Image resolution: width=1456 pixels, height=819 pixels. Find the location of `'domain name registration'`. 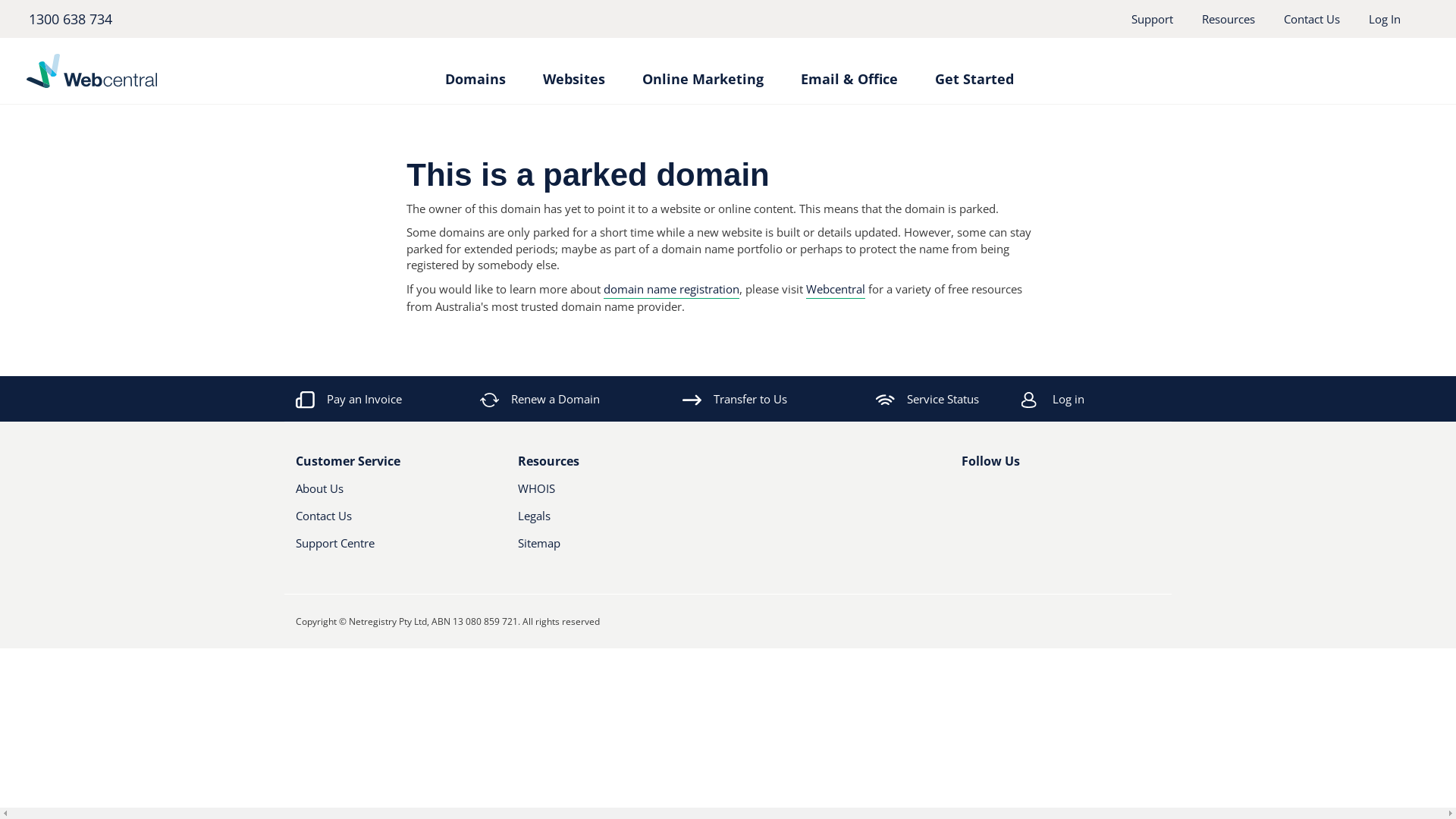

'domain name registration' is located at coordinates (670, 289).